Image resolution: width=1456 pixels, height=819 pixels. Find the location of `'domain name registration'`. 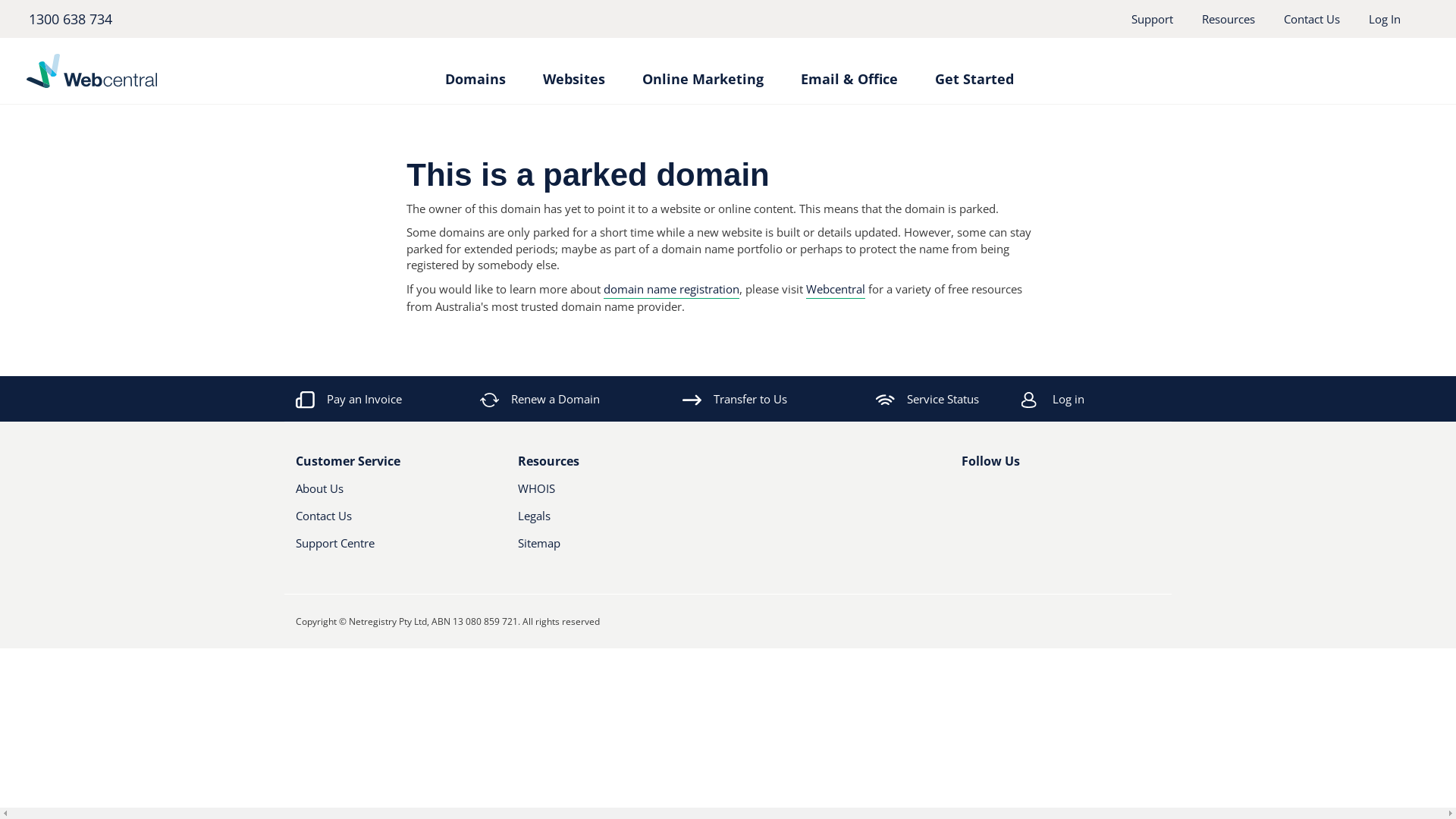

'domain name registration' is located at coordinates (670, 289).